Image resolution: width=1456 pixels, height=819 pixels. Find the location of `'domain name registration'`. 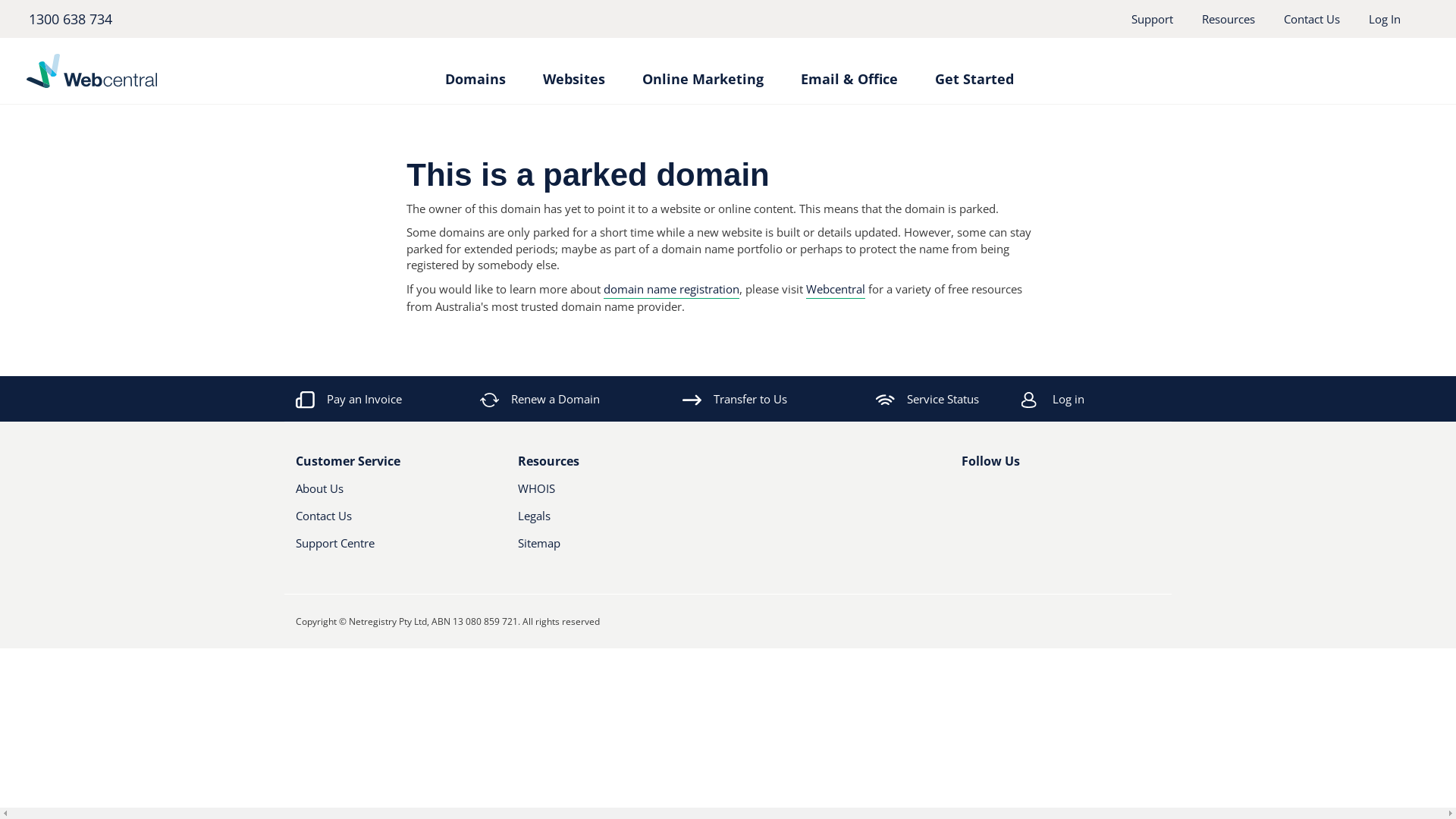

'domain name registration' is located at coordinates (670, 289).